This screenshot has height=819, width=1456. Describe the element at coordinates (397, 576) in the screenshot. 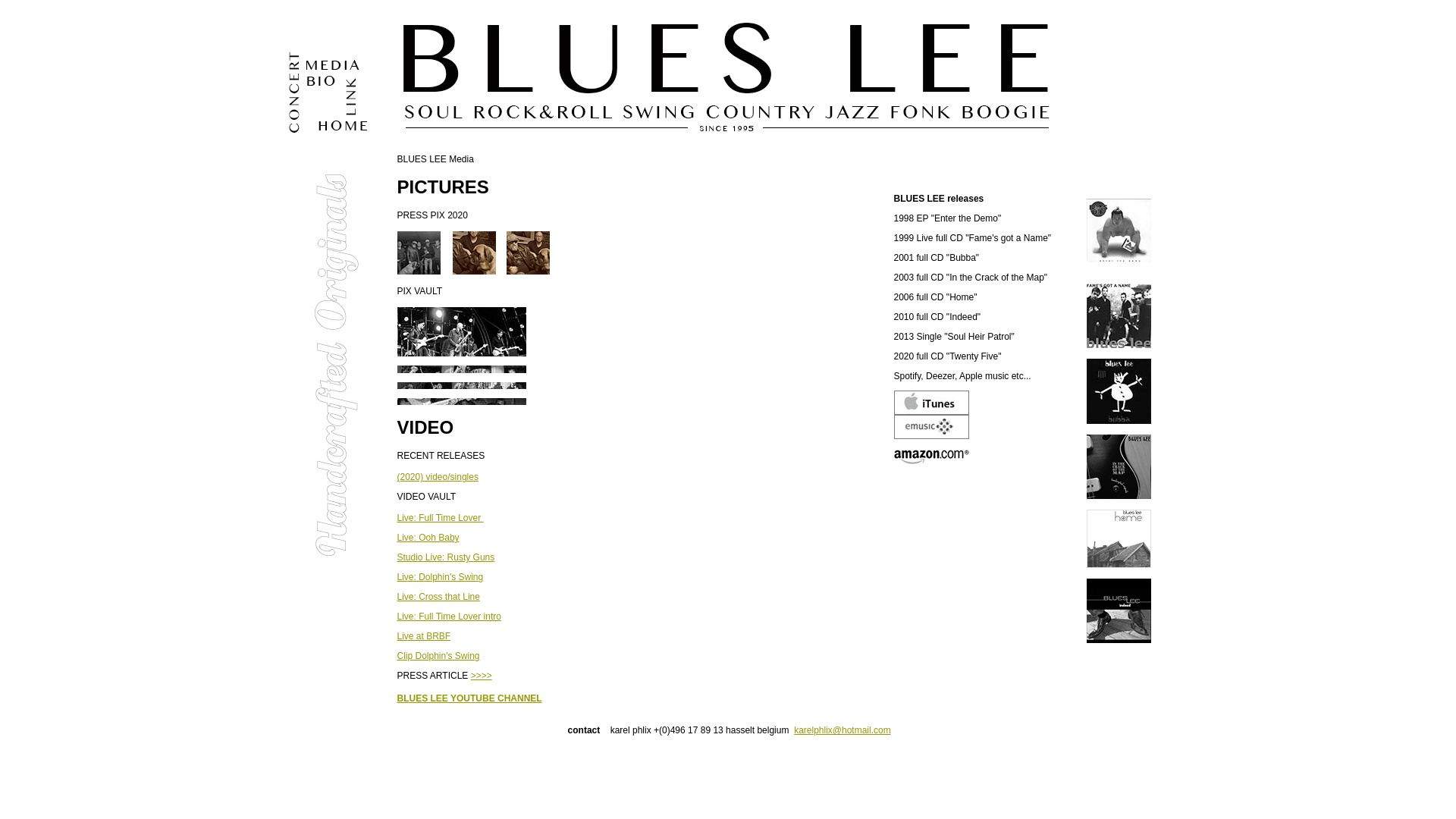

I see `'Live: Dolphin's Swing'` at that location.